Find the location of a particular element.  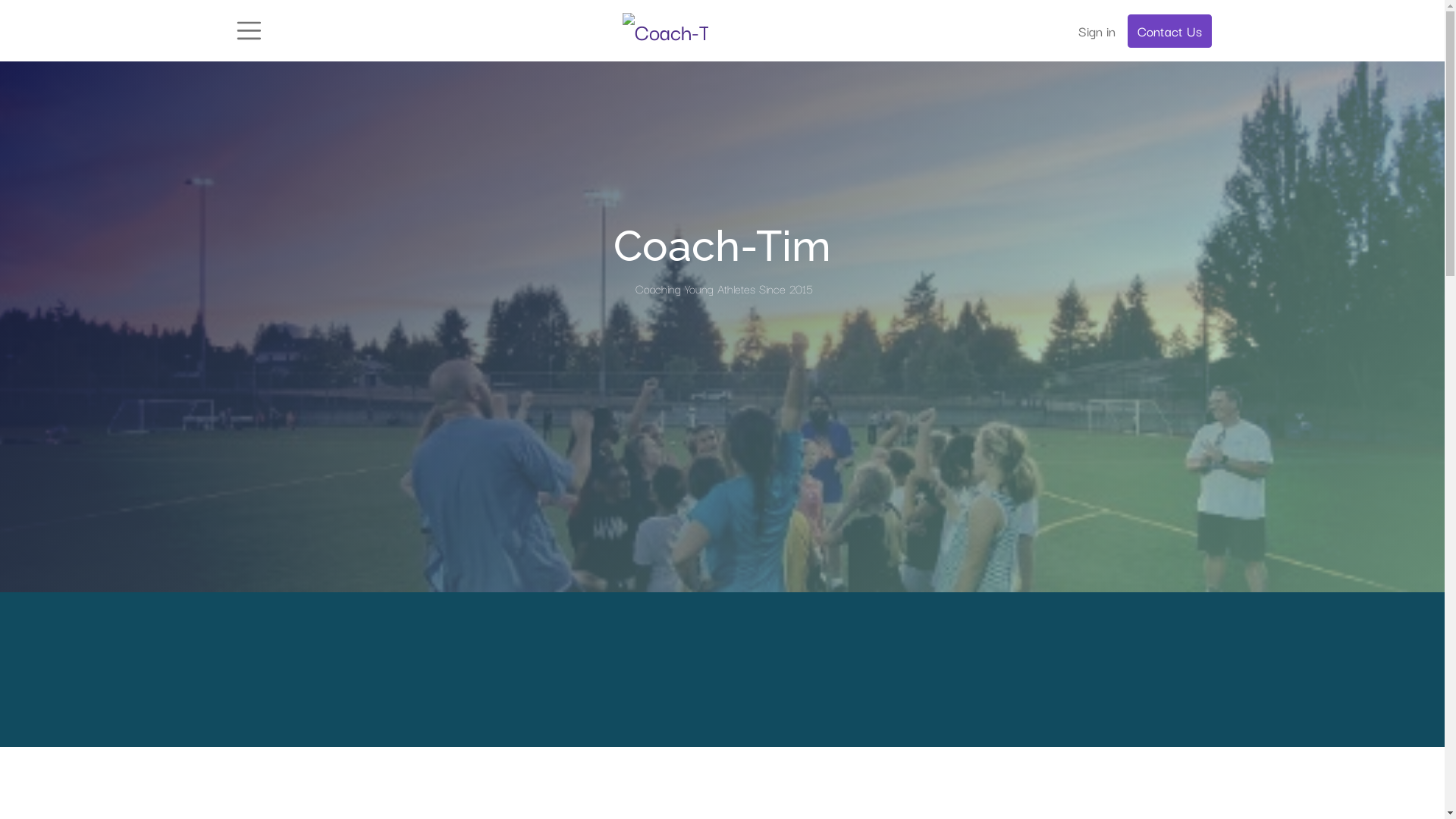

'Coach-Tim.com' is located at coordinates (622, 31).